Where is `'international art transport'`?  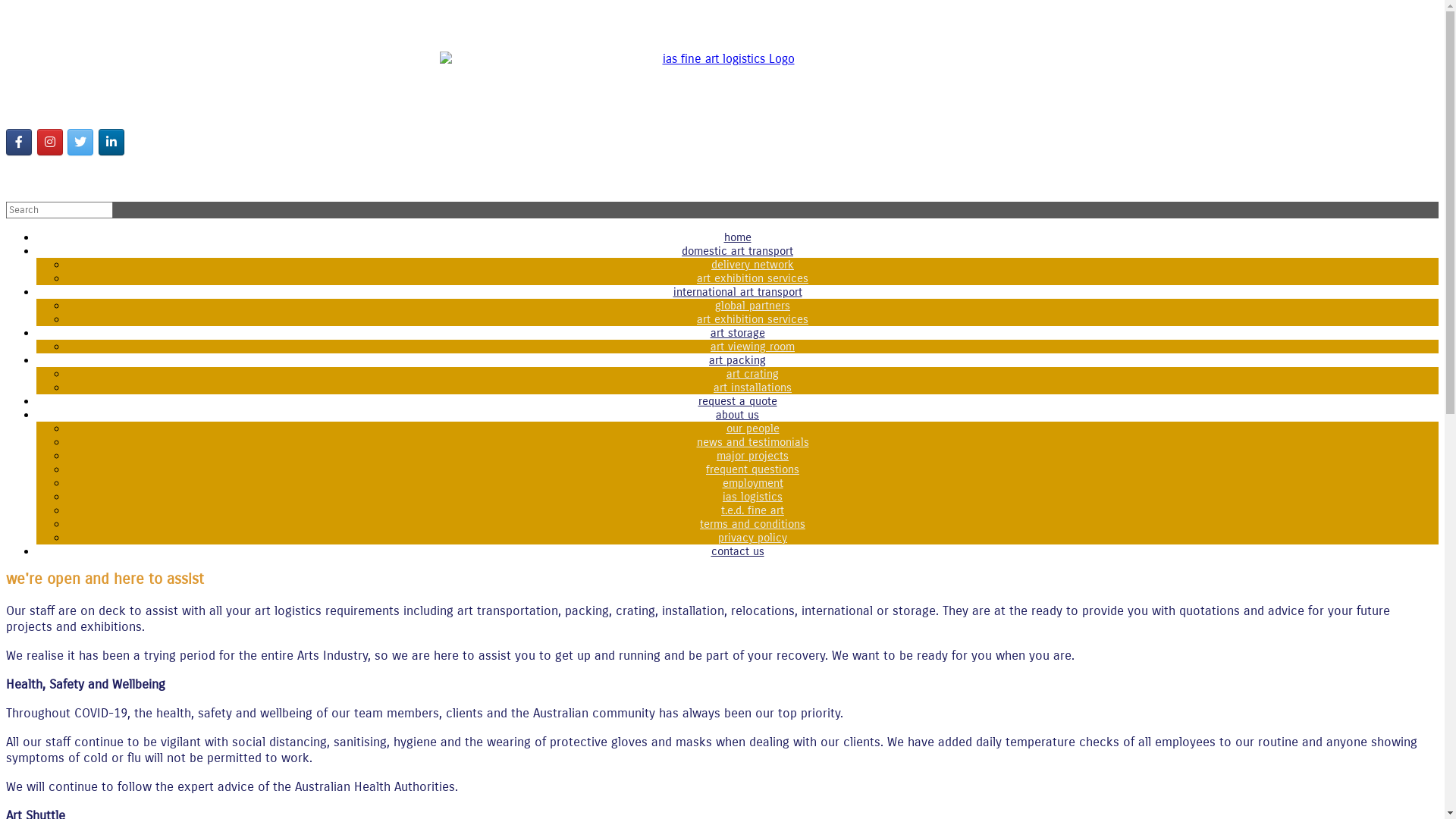
'international art transport' is located at coordinates (738, 292).